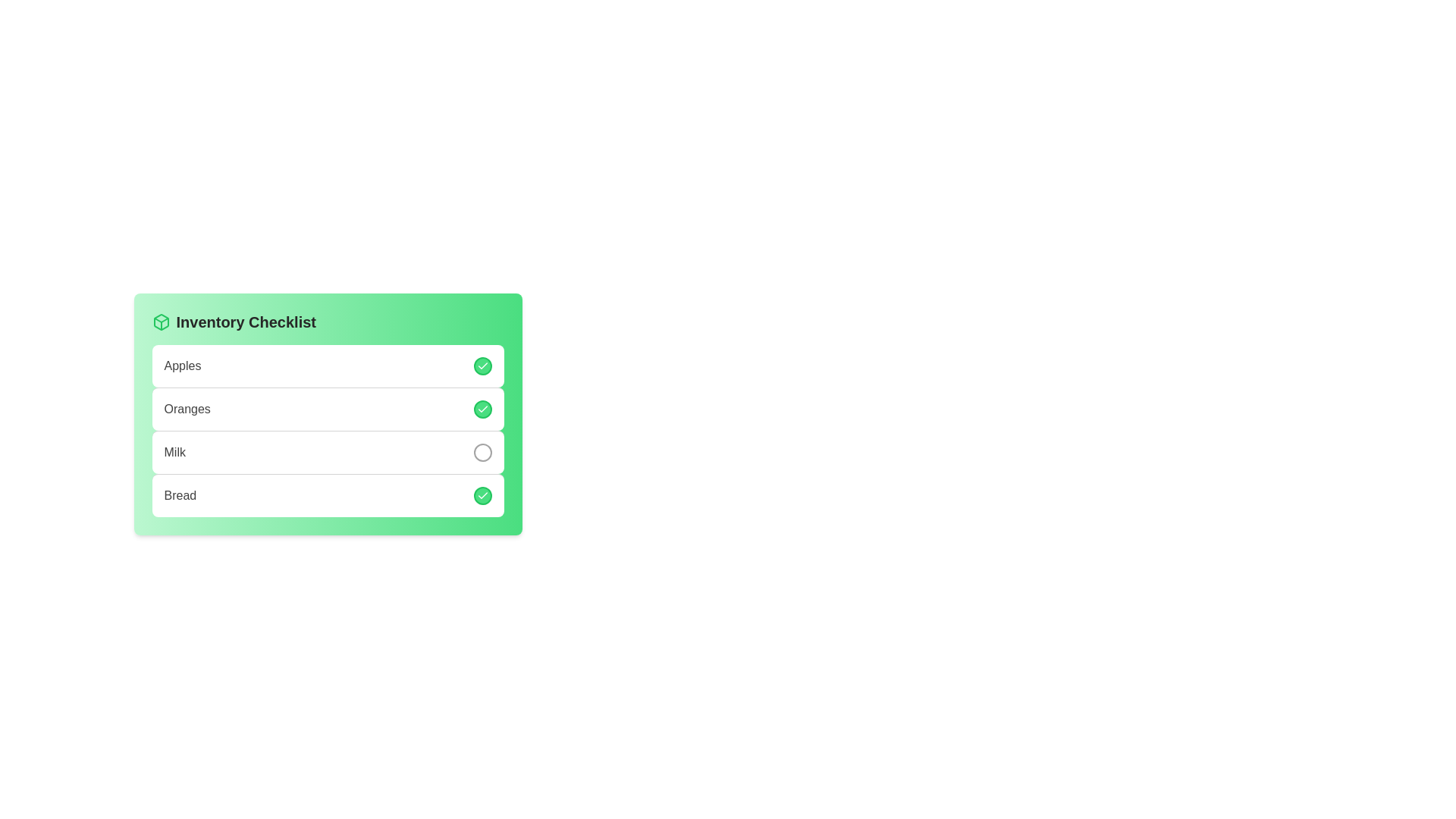 Image resolution: width=1456 pixels, height=819 pixels. I want to click on the 'Oranges' list item in the Inventory Checklist, so click(327, 408).